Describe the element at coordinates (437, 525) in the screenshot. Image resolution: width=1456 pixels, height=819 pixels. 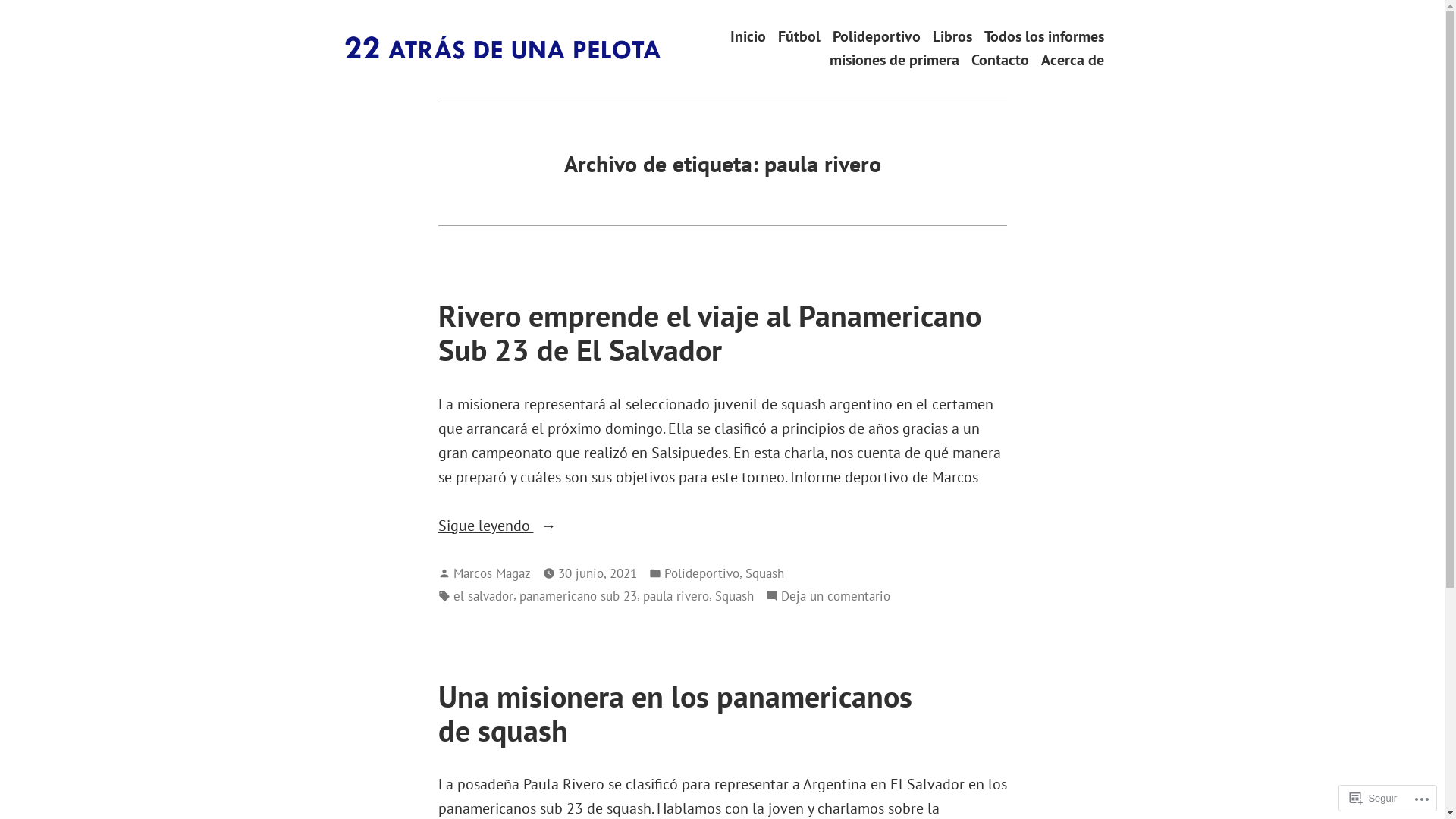
I see `'Sigue leyendo'` at that location.